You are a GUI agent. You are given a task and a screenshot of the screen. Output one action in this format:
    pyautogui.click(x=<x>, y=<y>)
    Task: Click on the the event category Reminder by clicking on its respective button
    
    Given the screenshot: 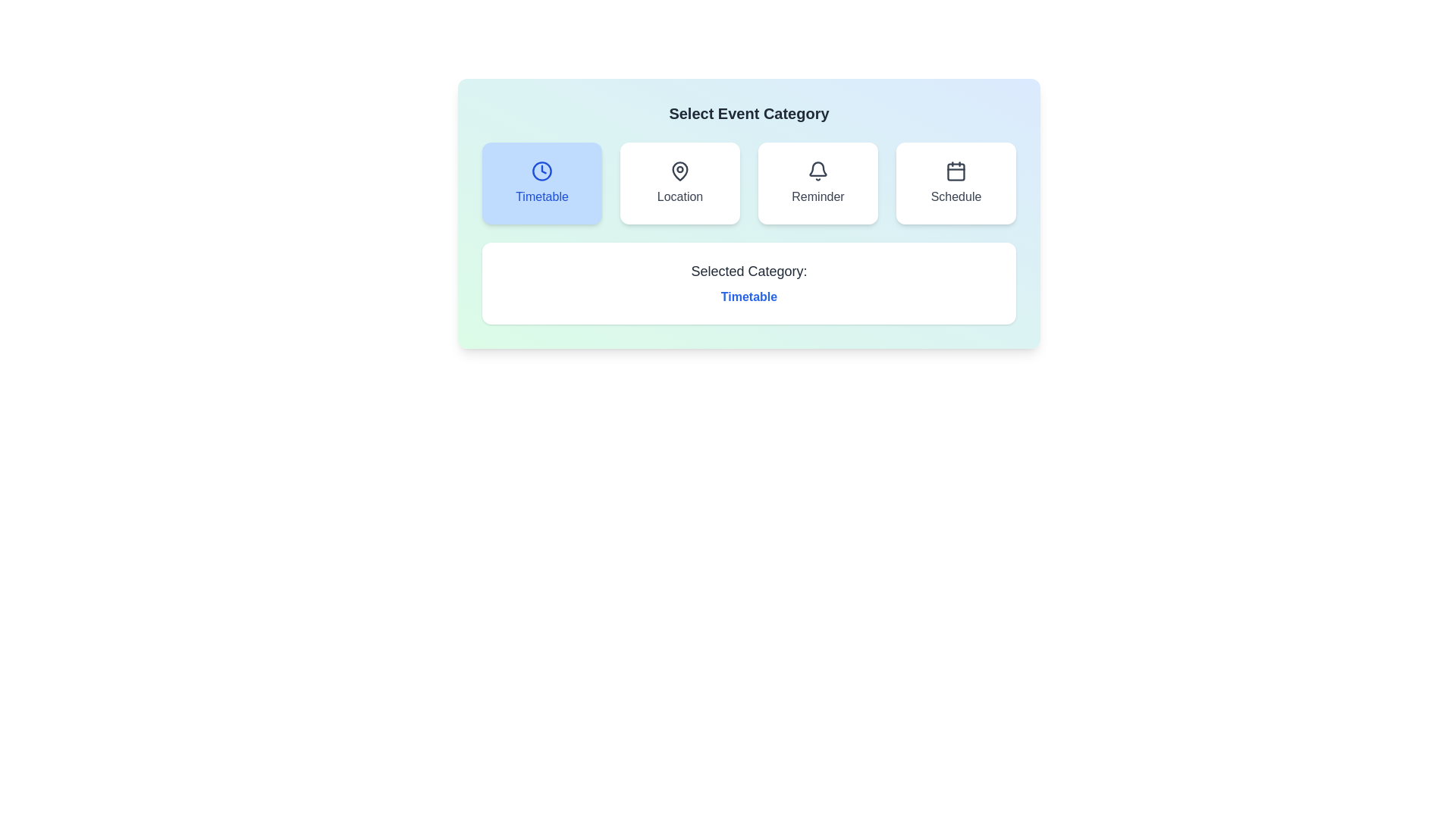 What is the action you would take?
    pyautogui.click(x=817, y=183)
    